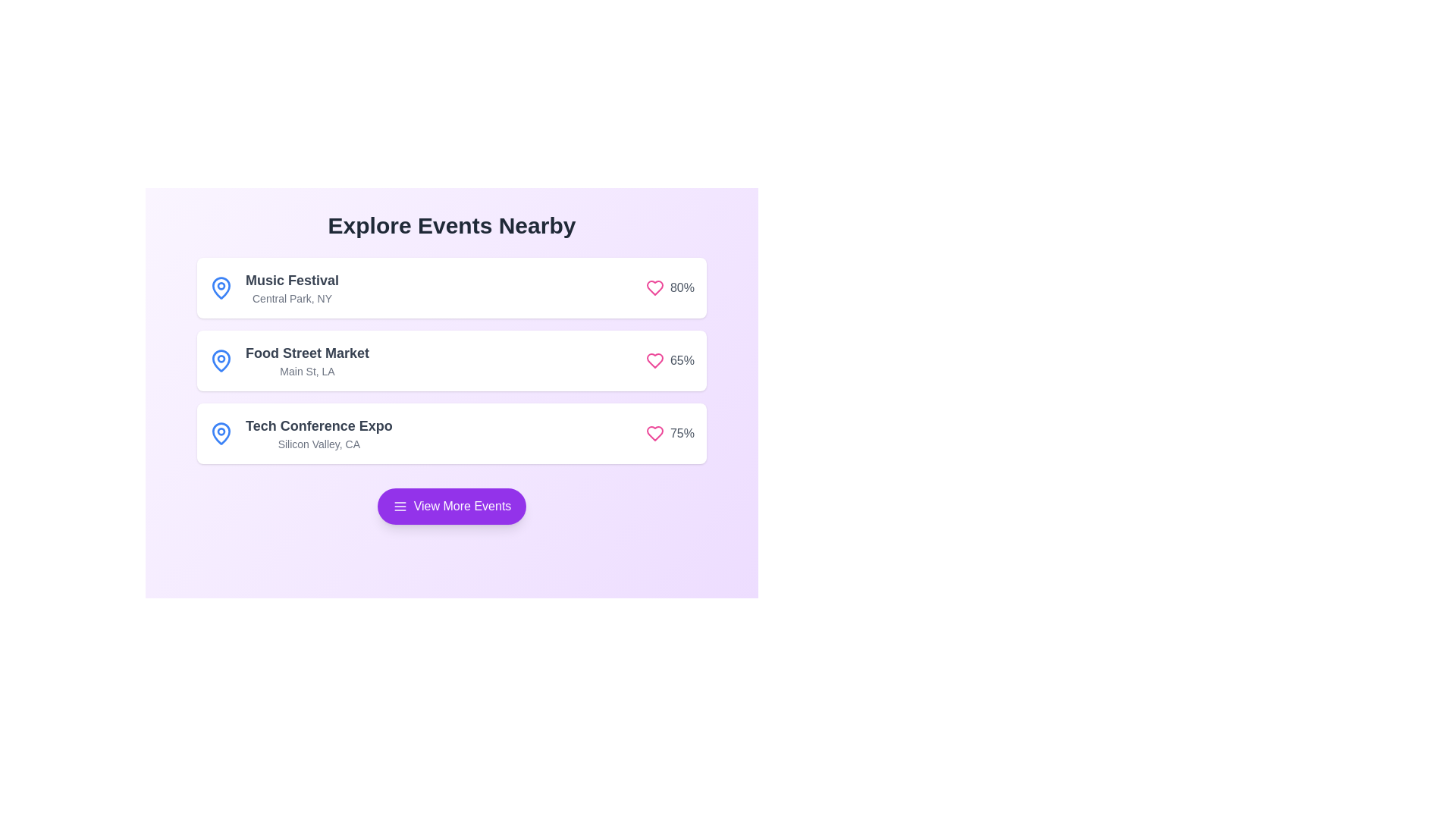 The image size is (1456, 819). I want to click on the static text label displaying 'Food Street Market' which is styled with a bold font and grayish color, located in the second event box of a vertically stacked list, so click(306, 353).